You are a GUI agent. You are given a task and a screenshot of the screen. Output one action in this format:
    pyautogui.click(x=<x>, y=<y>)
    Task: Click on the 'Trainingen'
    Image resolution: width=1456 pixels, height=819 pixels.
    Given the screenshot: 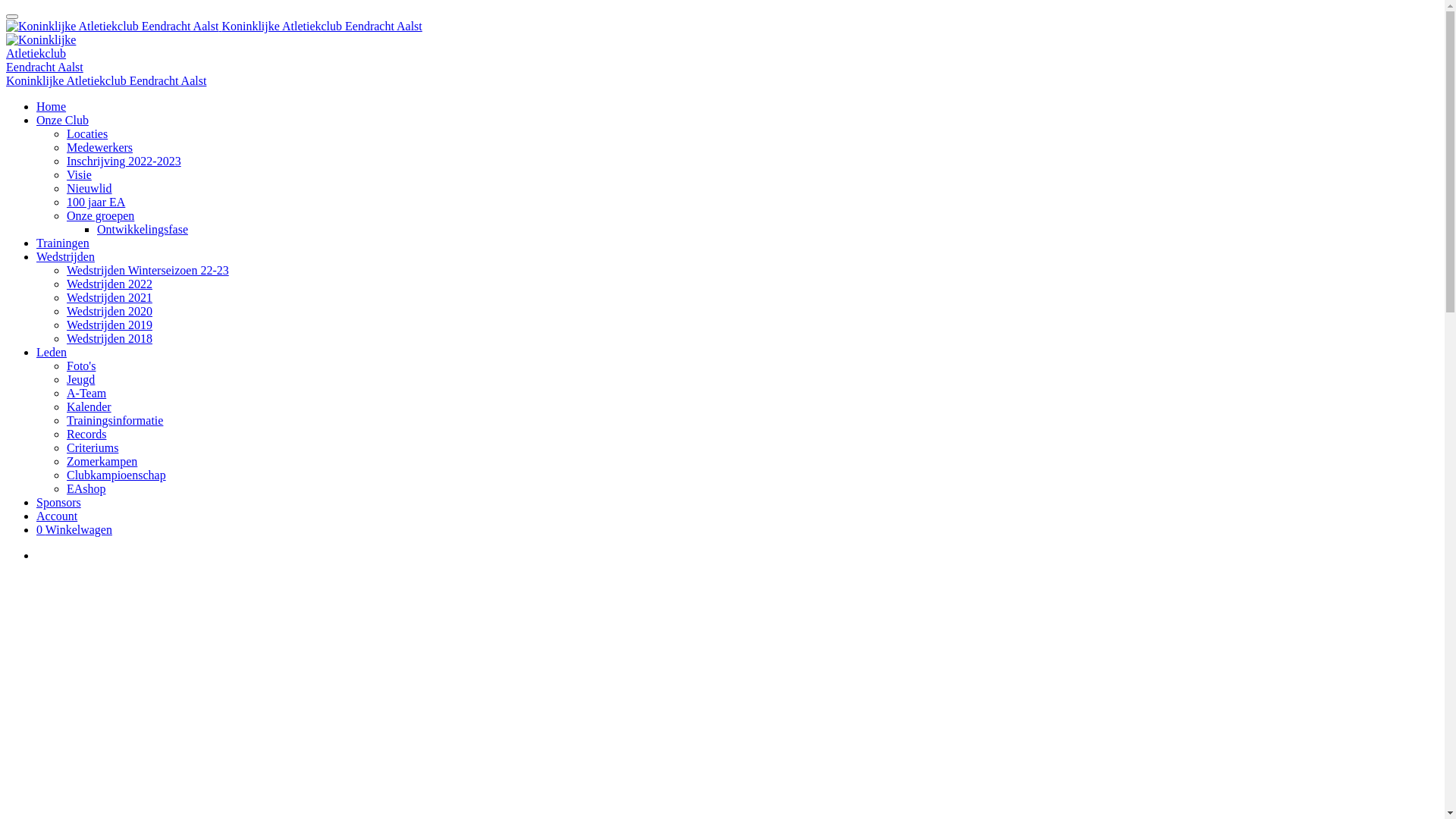 What is the action you would take?
    pyautogui.click(x=61, y=242)
    